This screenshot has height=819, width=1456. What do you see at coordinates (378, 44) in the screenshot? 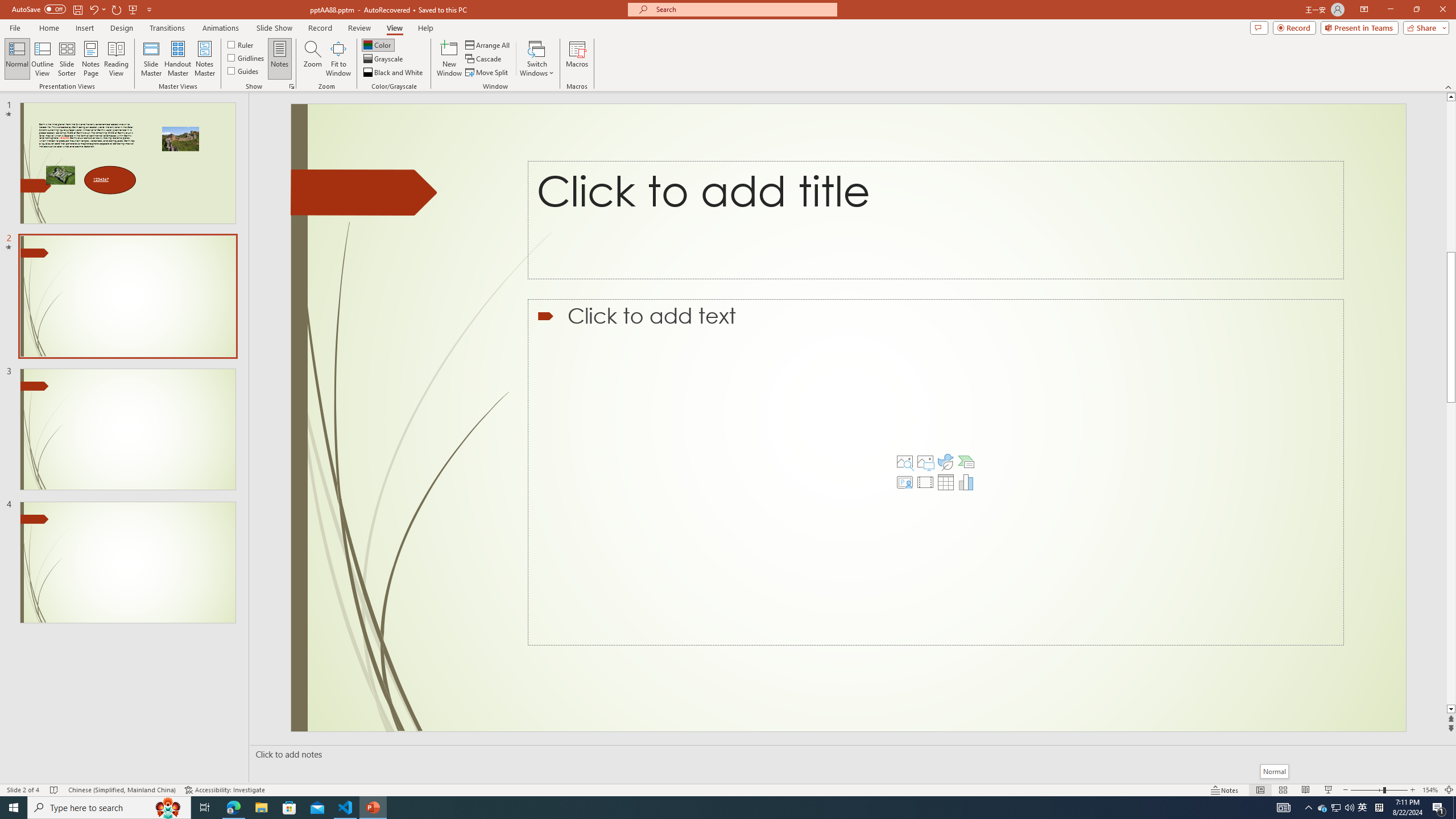
I see `'Color'` at bounding box center [378, 44].